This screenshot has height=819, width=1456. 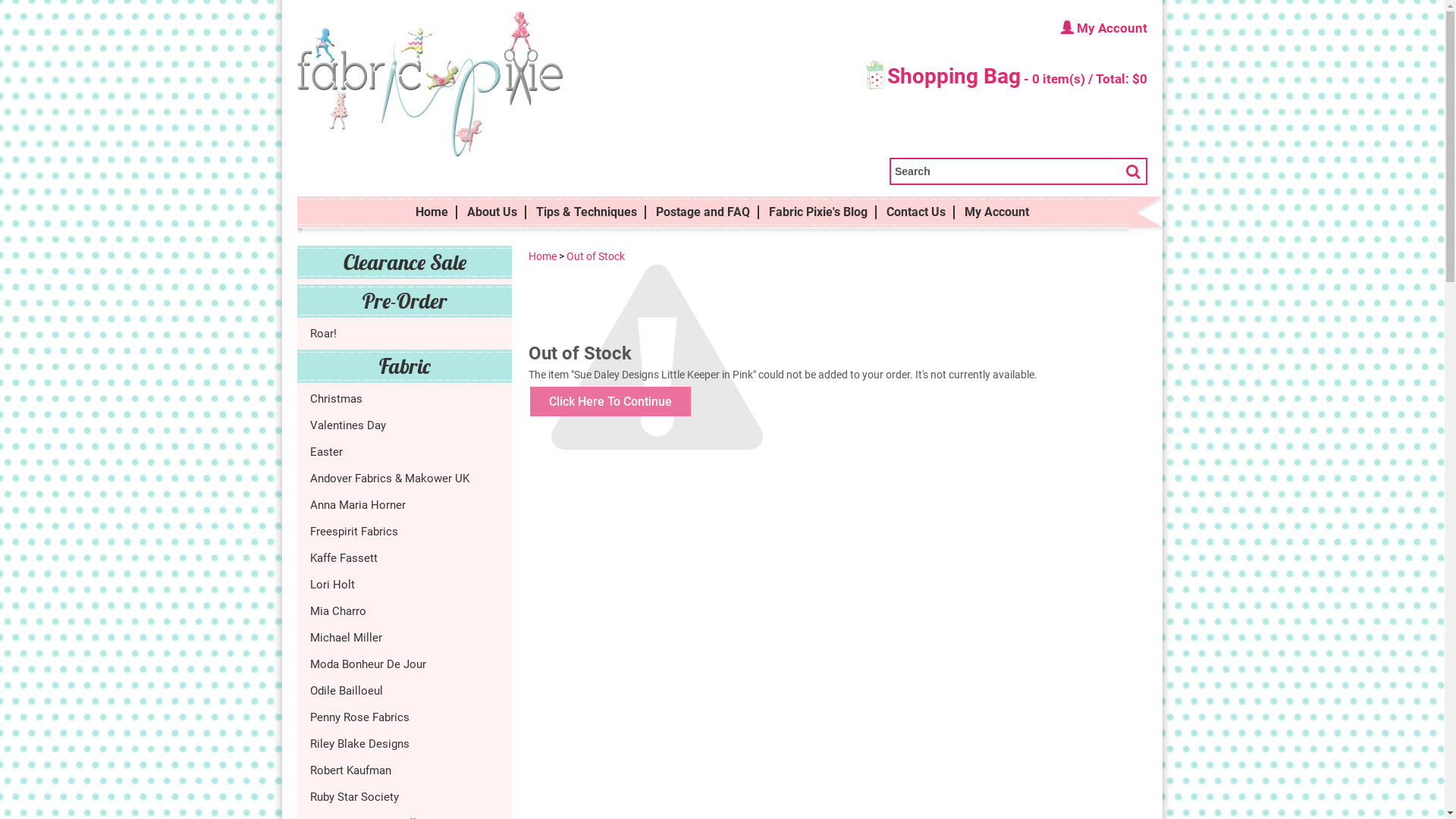 I want to click on 'Odile Bailloeul', so click(x=404, y=690).